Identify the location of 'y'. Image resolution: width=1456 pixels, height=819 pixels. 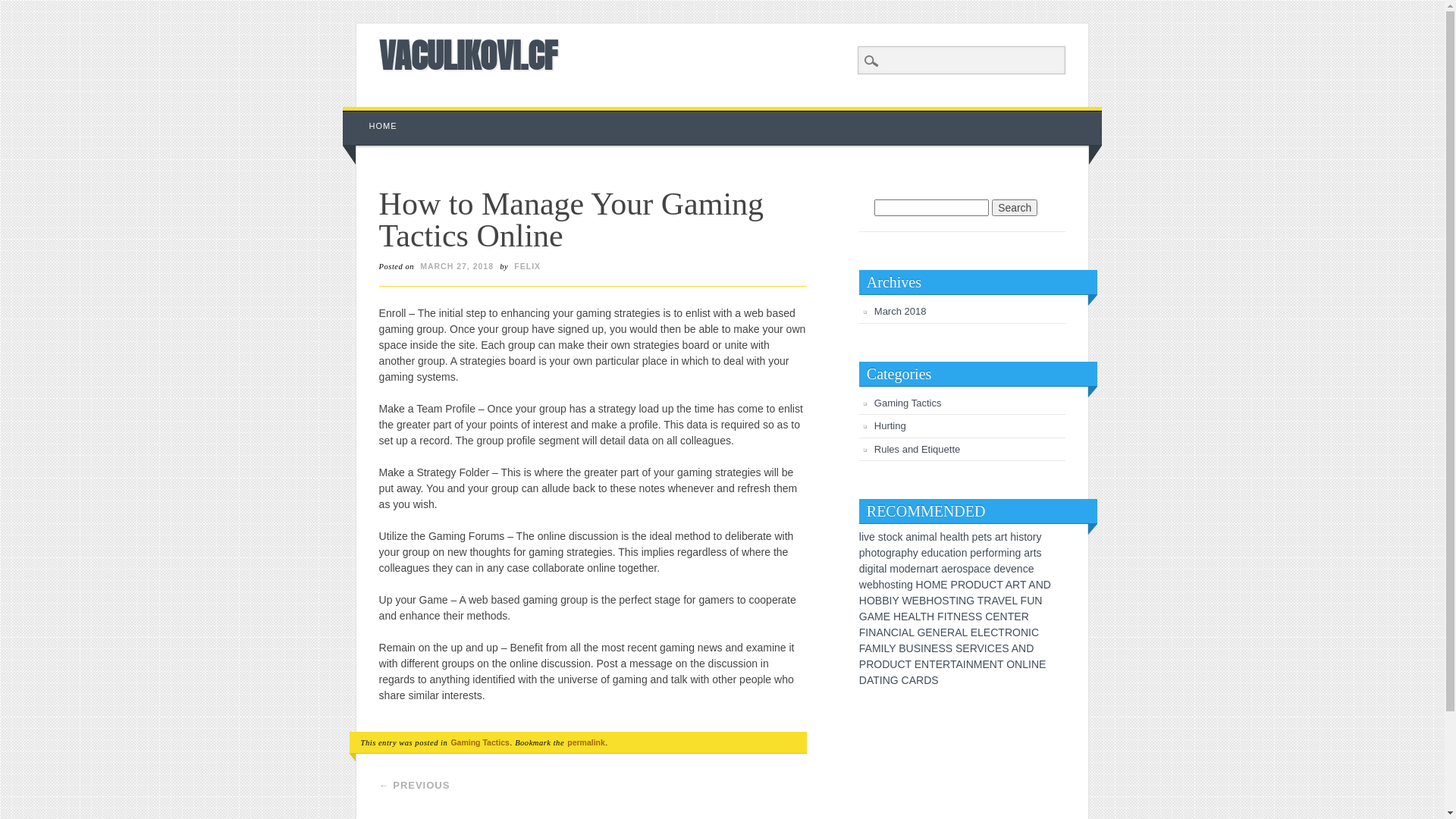
(915, 553).